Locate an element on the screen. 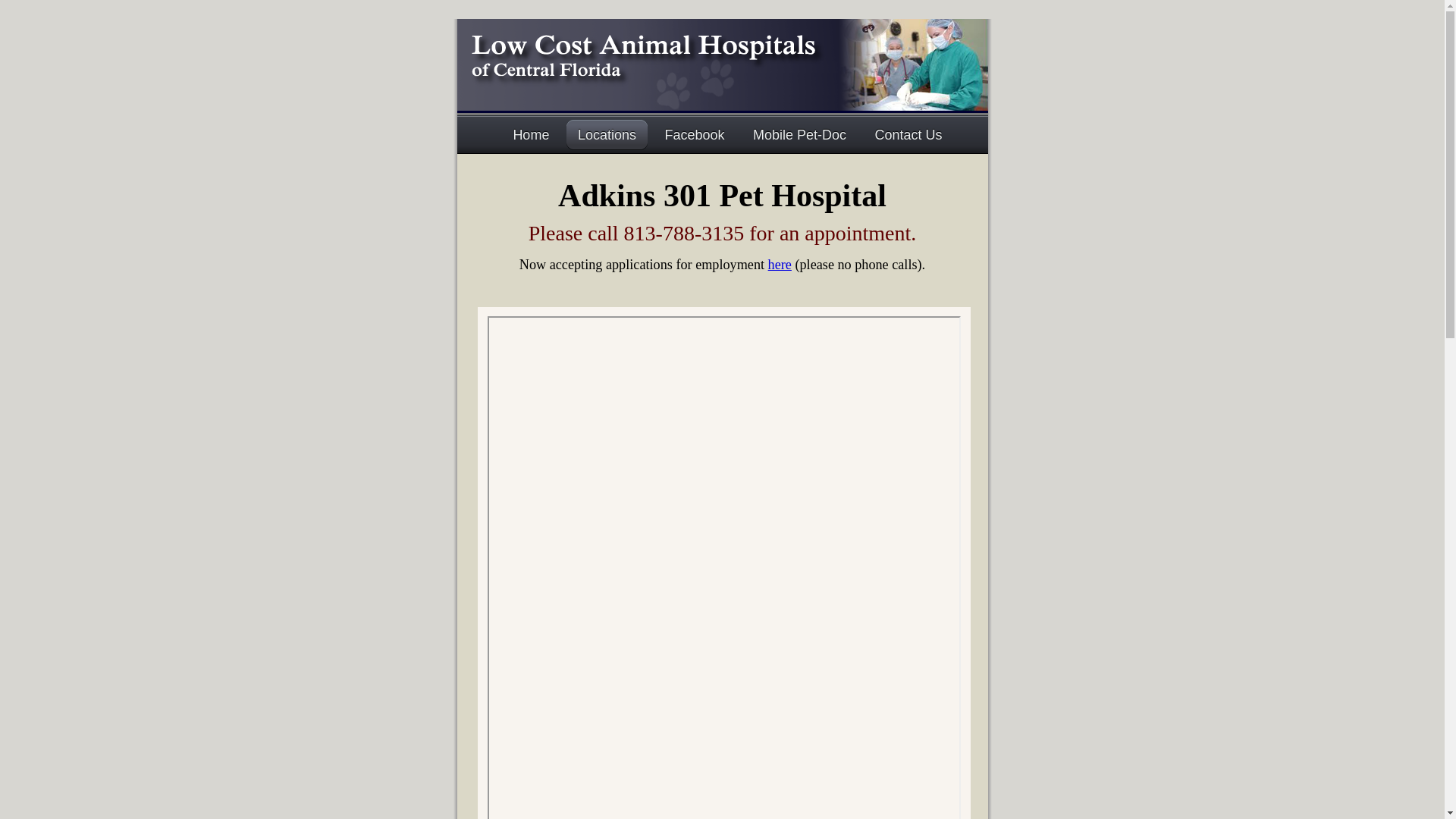  'here' is located at coordinates (767, 263).